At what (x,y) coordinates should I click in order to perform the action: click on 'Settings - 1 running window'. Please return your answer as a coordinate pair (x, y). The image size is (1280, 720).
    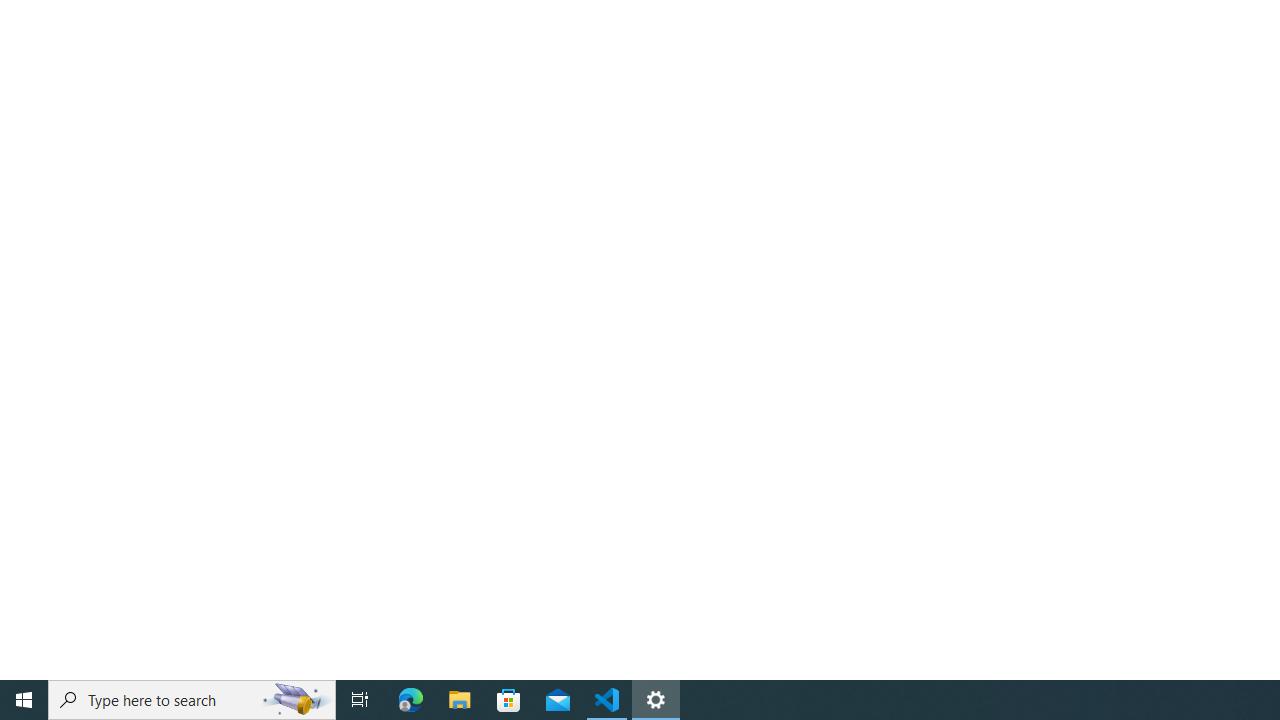
    Looking at the image, I should click on (656, 698).